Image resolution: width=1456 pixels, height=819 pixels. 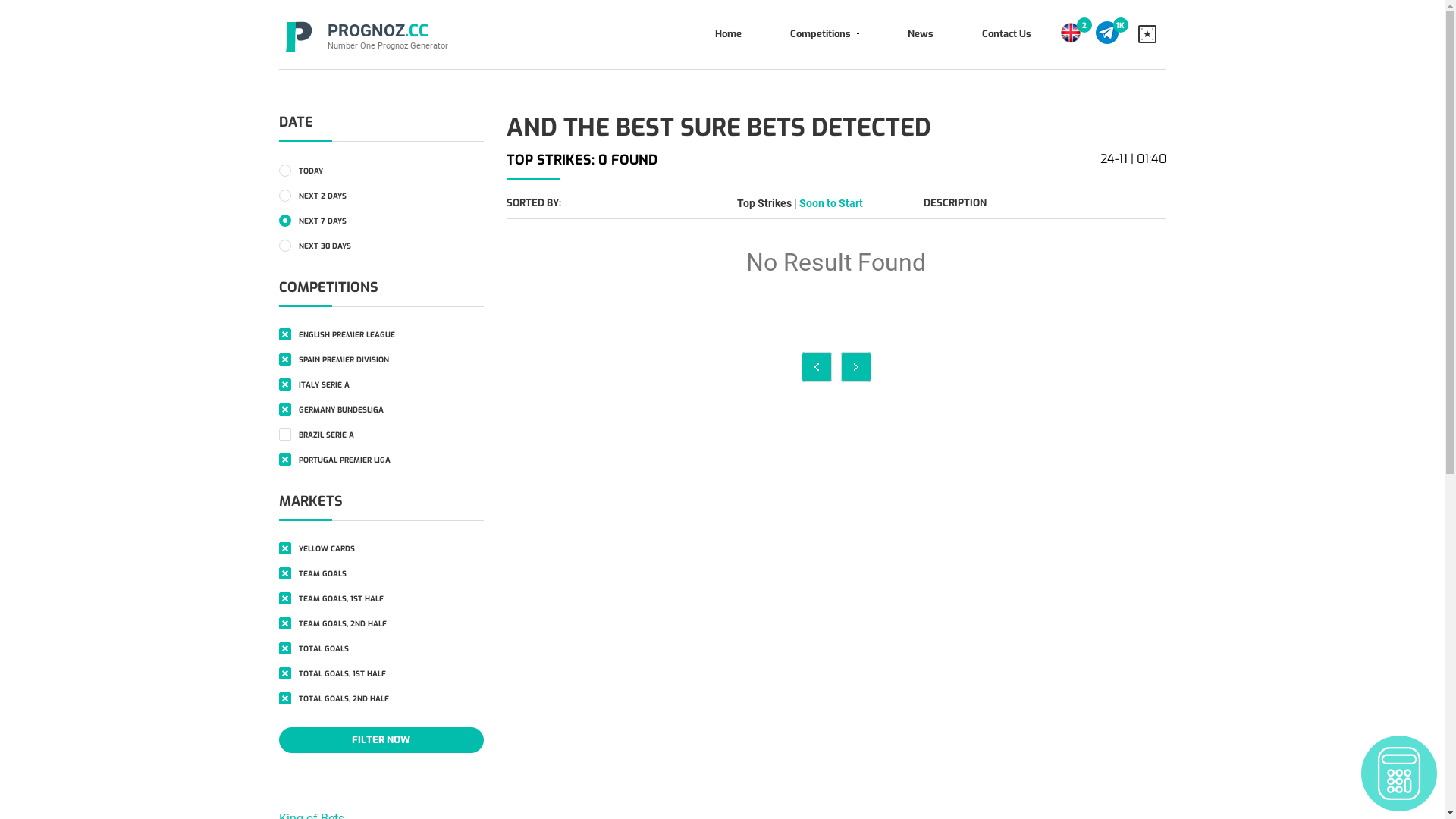 I want to click on 'TODAY', so click(x=279, y=170).